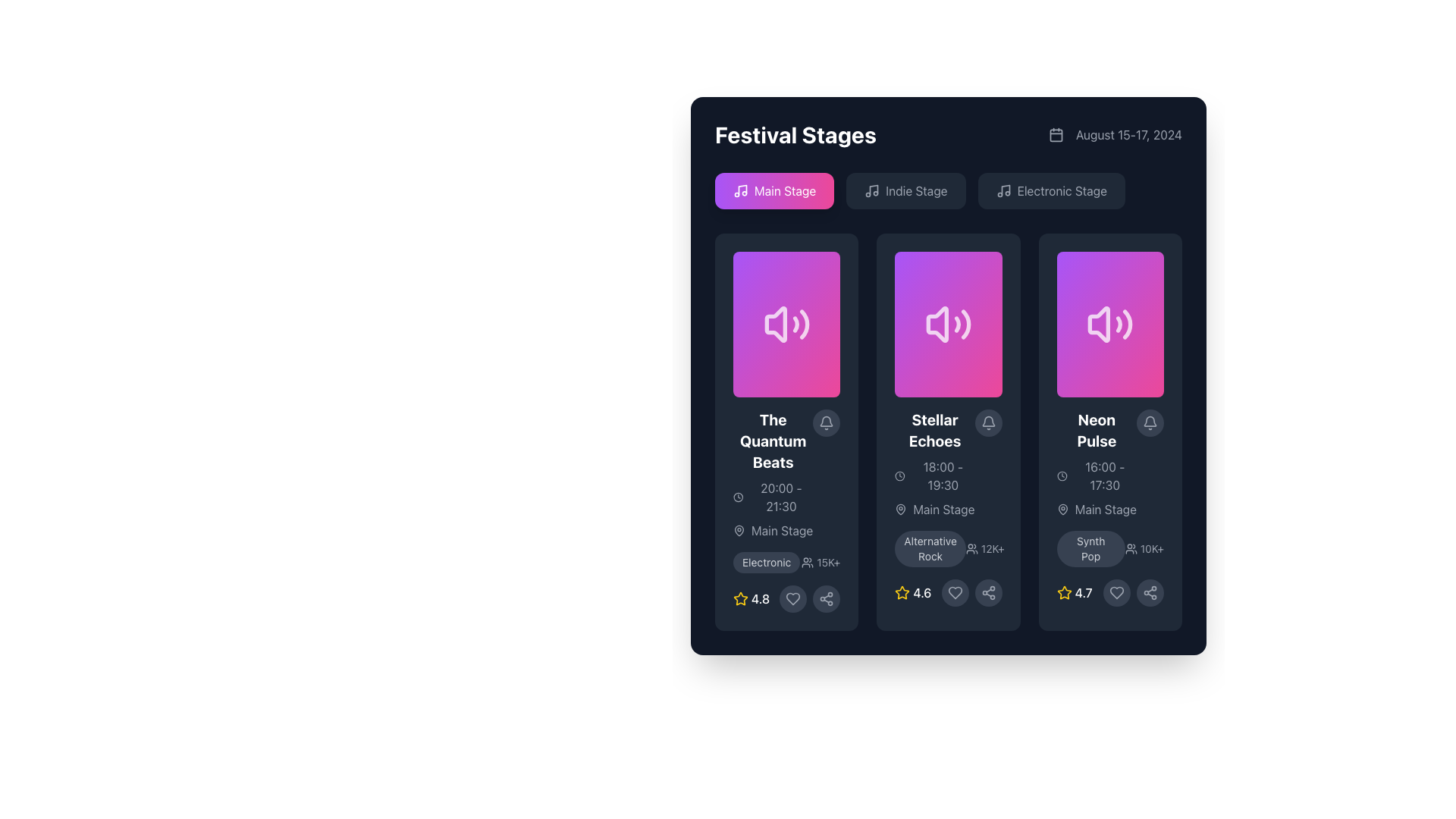 The image size is (1456, 819). I want to click on the text block providing information about the event within the 'Stellar Echoes' card, which is centrally aligned between the title and additional metadata, so click(948, 463).